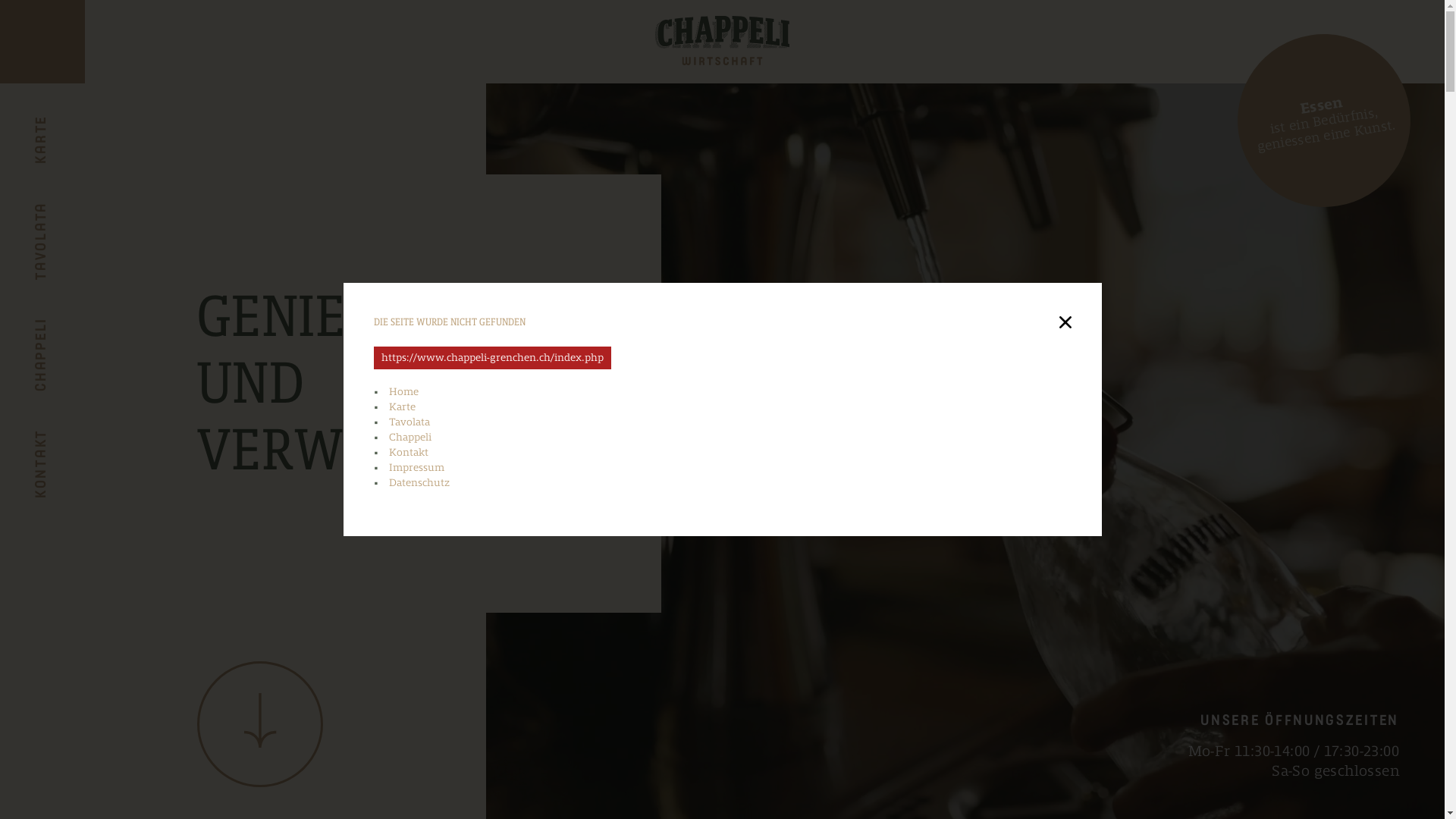 Image resolution: width=1456 pixels, height=819 pixels. Describe the element at coordinates (403, 391) in the screenshot. I see `'Home'` at that location.